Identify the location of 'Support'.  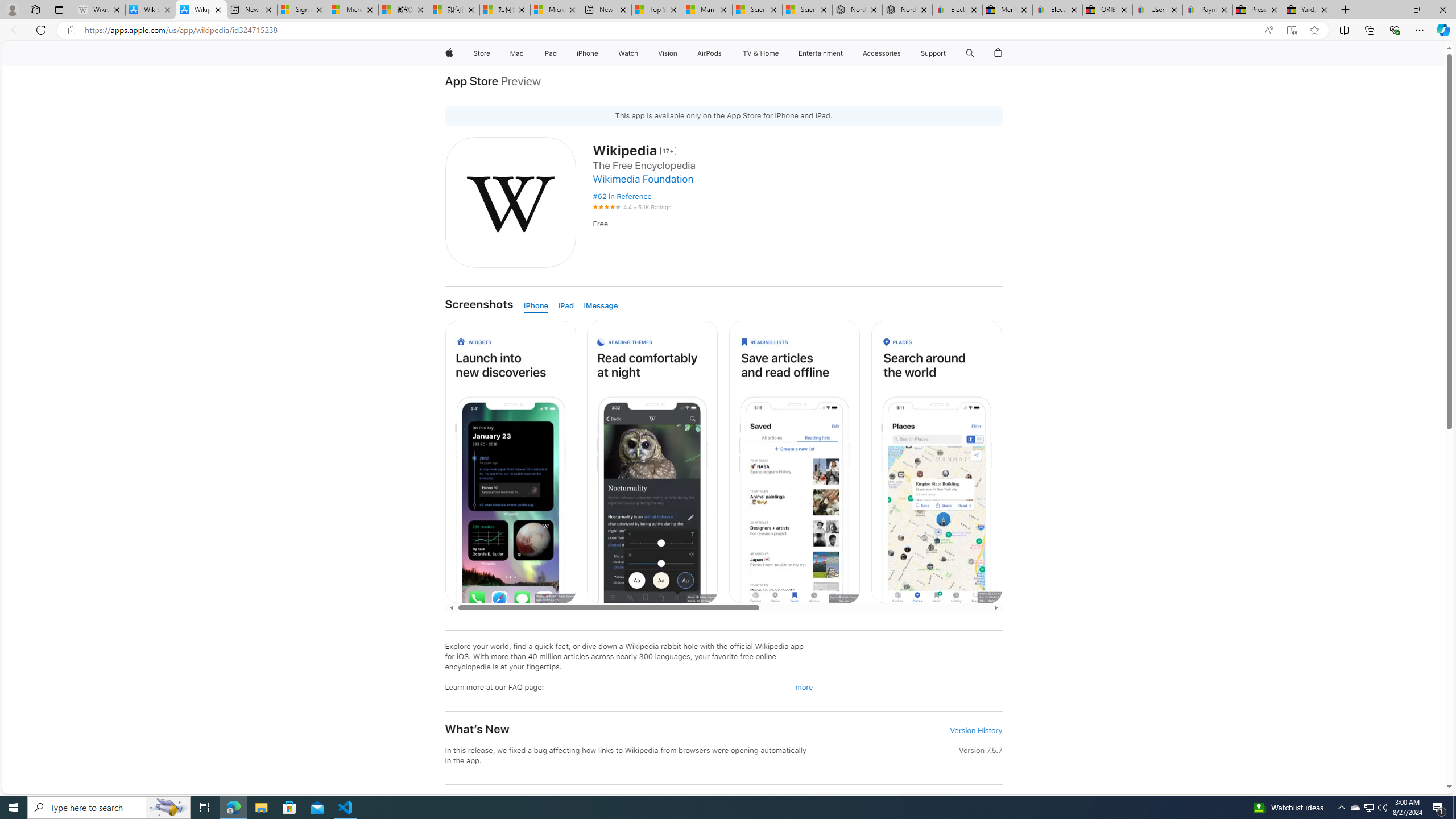
(932, 53).